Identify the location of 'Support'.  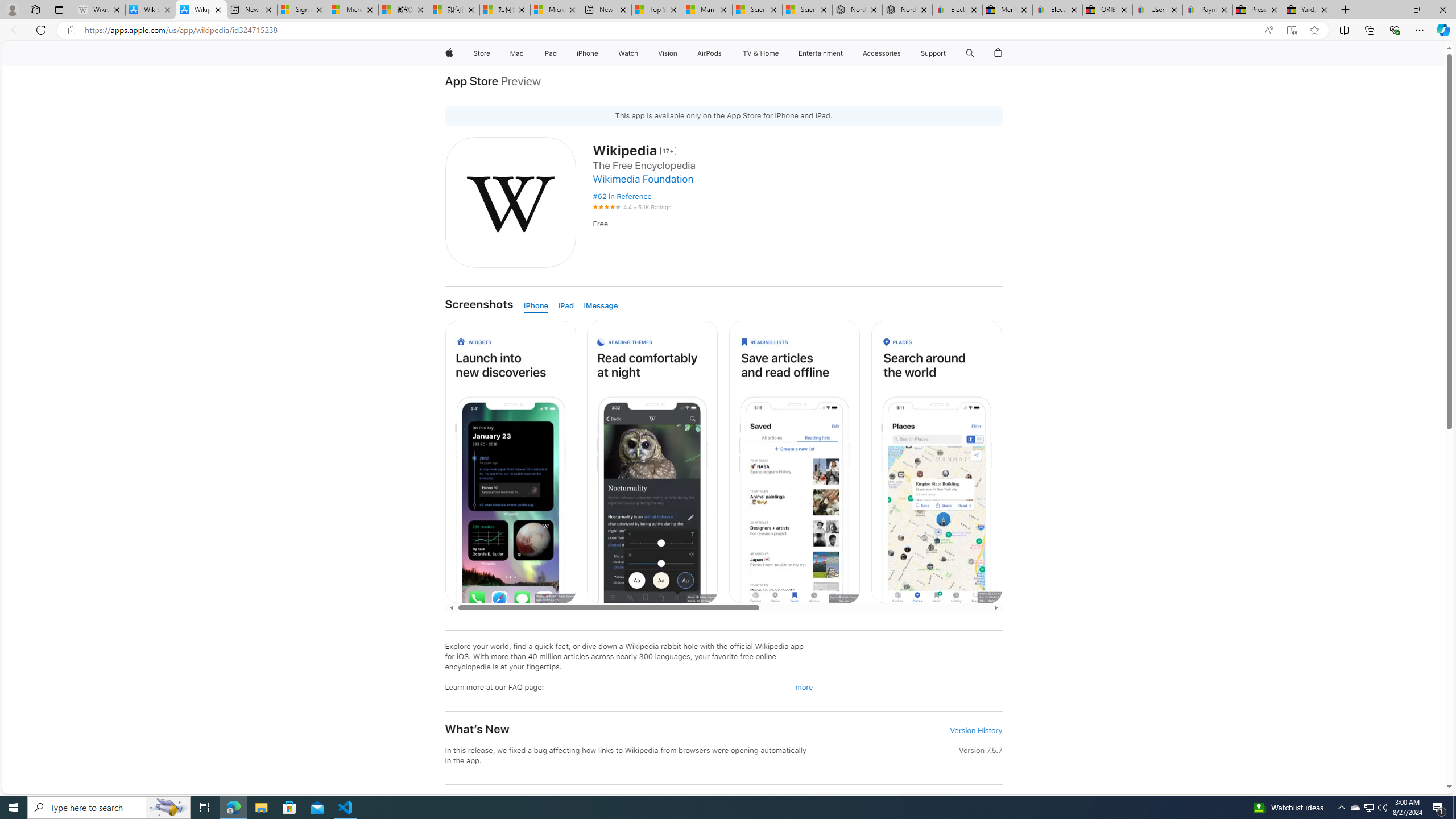
(932, 53).